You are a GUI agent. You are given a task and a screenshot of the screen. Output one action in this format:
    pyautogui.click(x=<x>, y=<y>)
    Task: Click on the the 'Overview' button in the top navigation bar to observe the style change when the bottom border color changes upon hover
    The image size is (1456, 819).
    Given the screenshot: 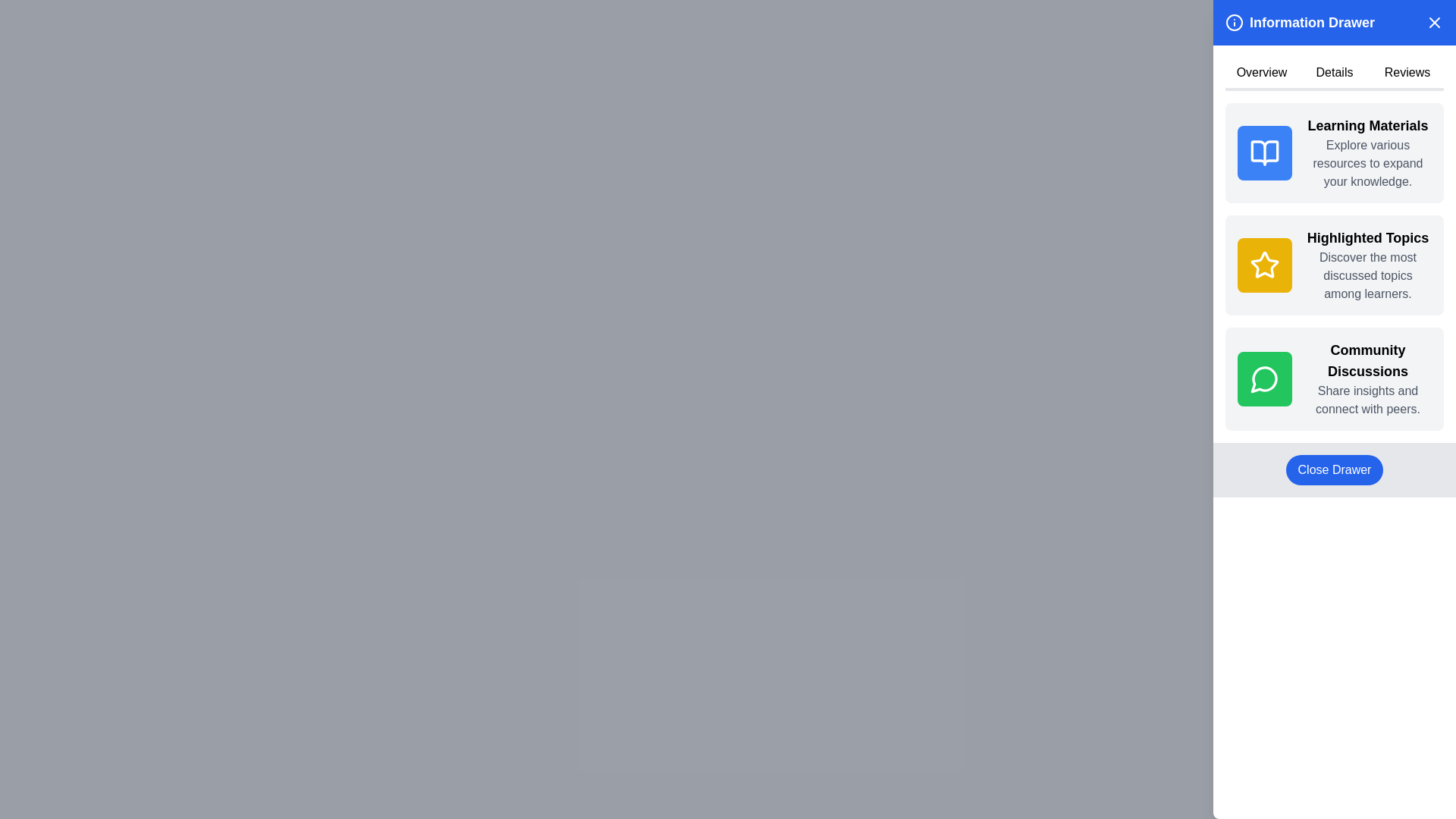 What is the action you would take?
    pyautogui.click(x=1262, y=74)
    